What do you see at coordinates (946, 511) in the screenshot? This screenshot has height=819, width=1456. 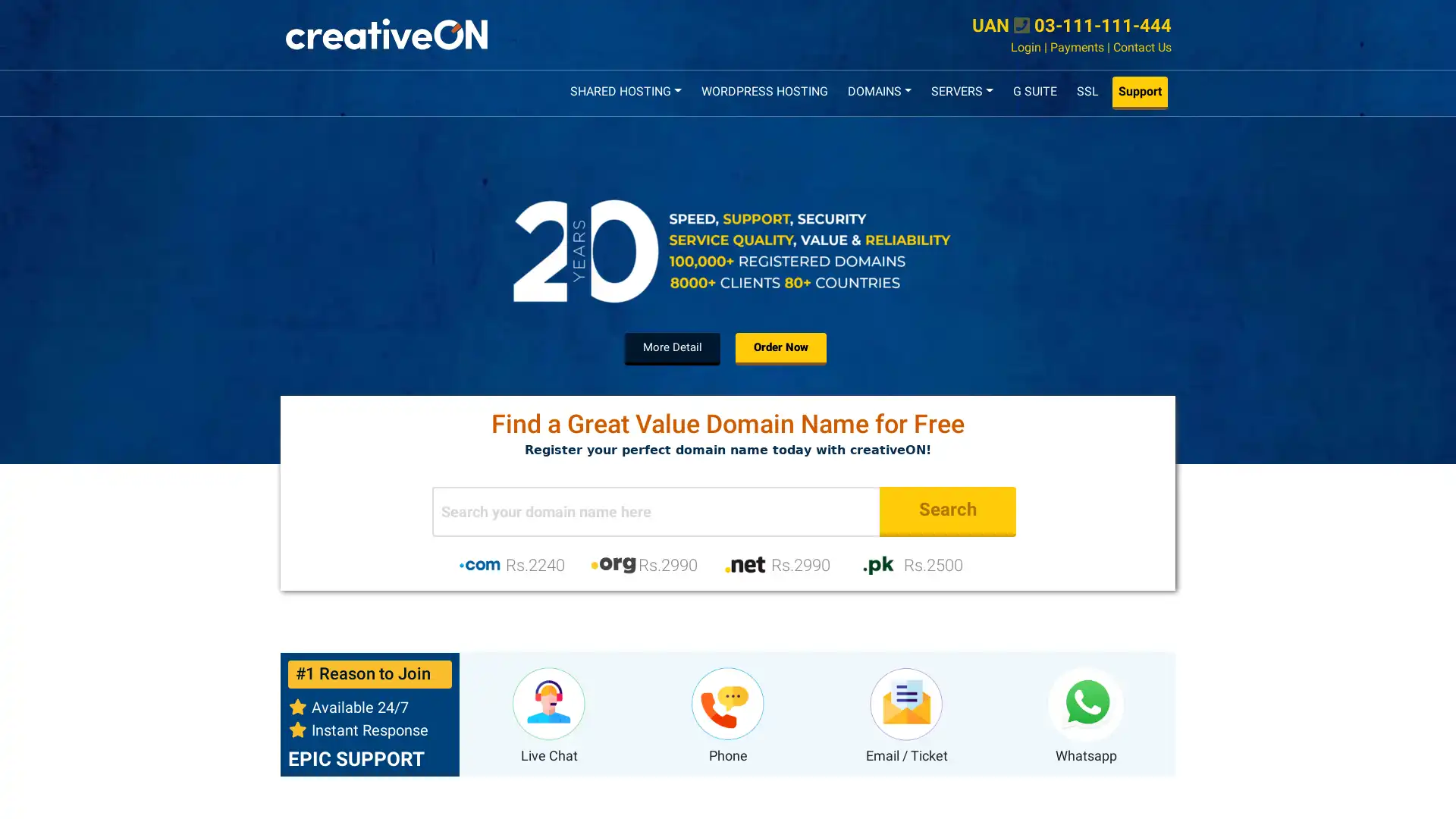 I see `Search` at bounding box center [946, 511].